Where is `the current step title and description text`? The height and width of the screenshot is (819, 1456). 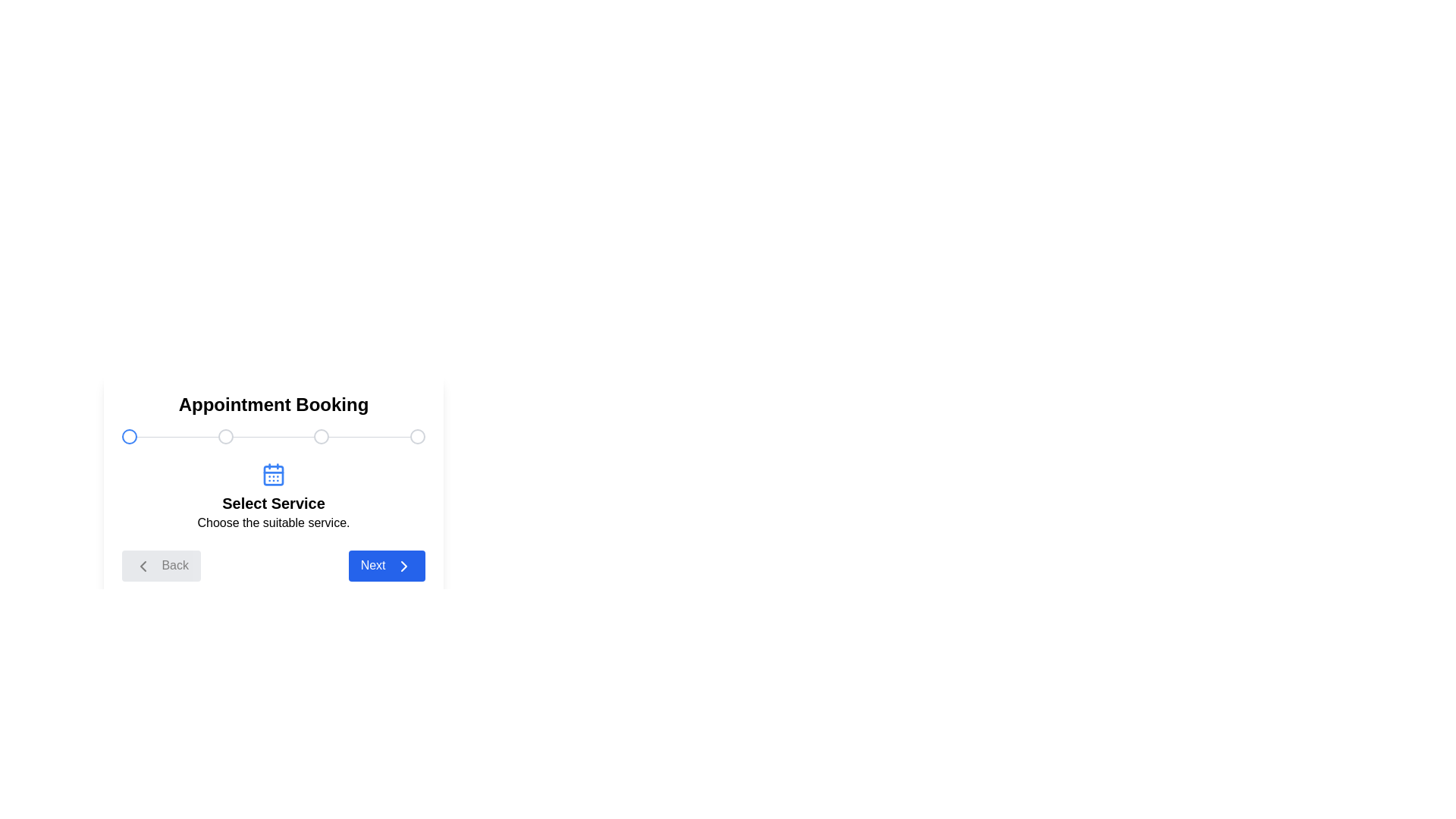
the current step title and description text is located at coordinates (273, 503).